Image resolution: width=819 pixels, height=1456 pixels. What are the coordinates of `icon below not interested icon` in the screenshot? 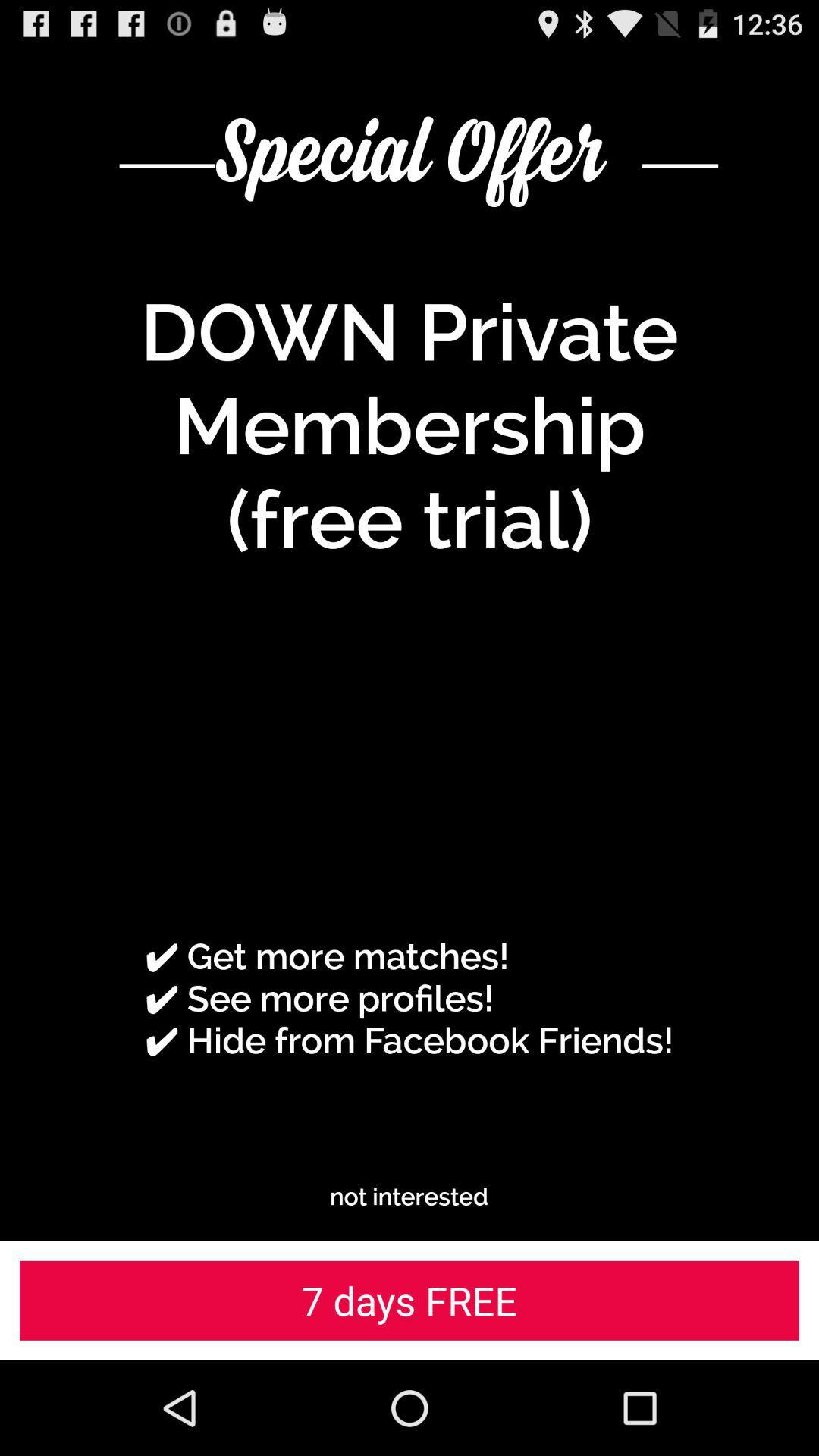 It's located at (409, 1300).